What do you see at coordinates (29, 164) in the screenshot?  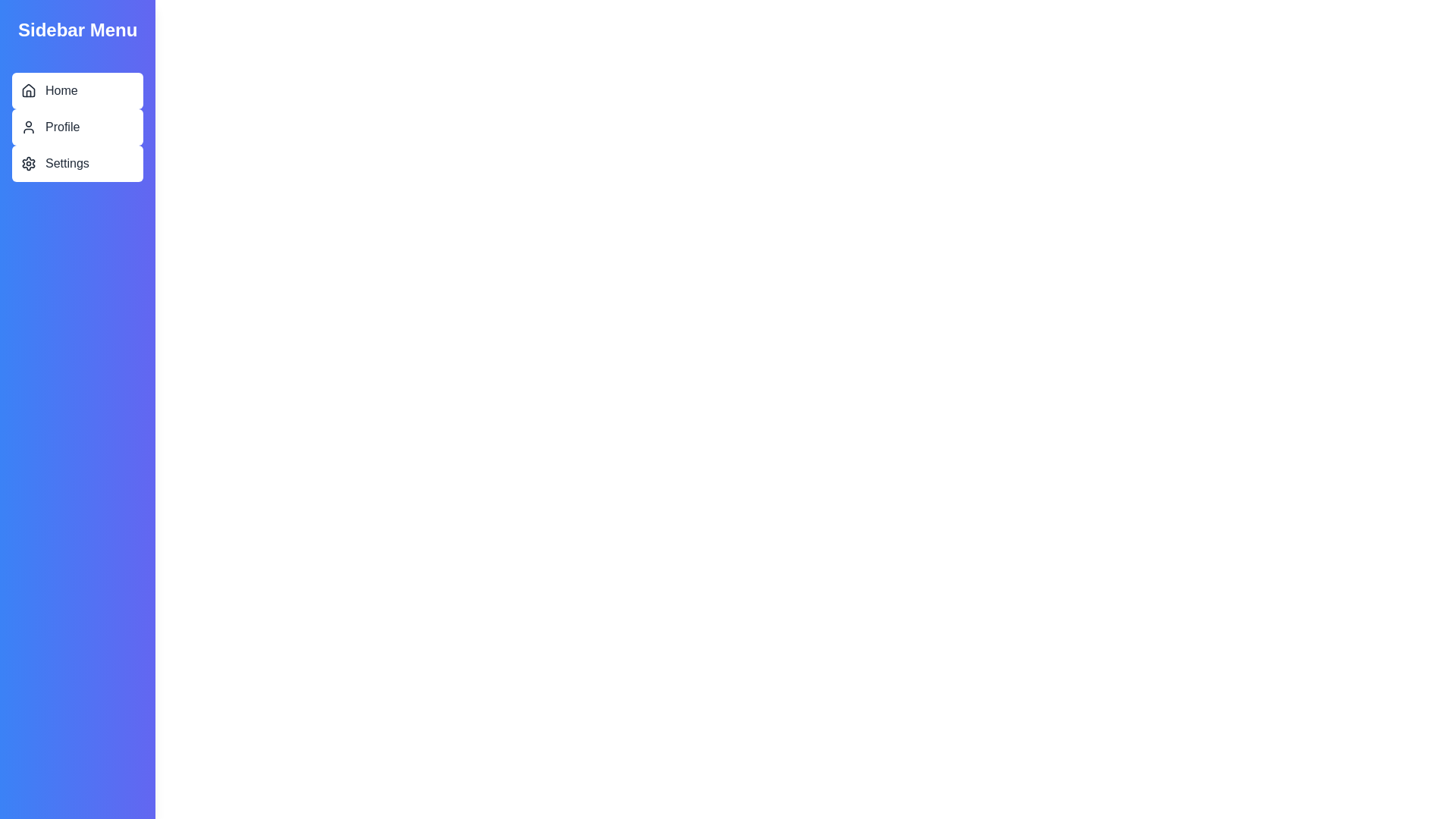 I see `the icon located within the 'Settings' button of the vertical sidebar menu` at bounding box center [29, 164].